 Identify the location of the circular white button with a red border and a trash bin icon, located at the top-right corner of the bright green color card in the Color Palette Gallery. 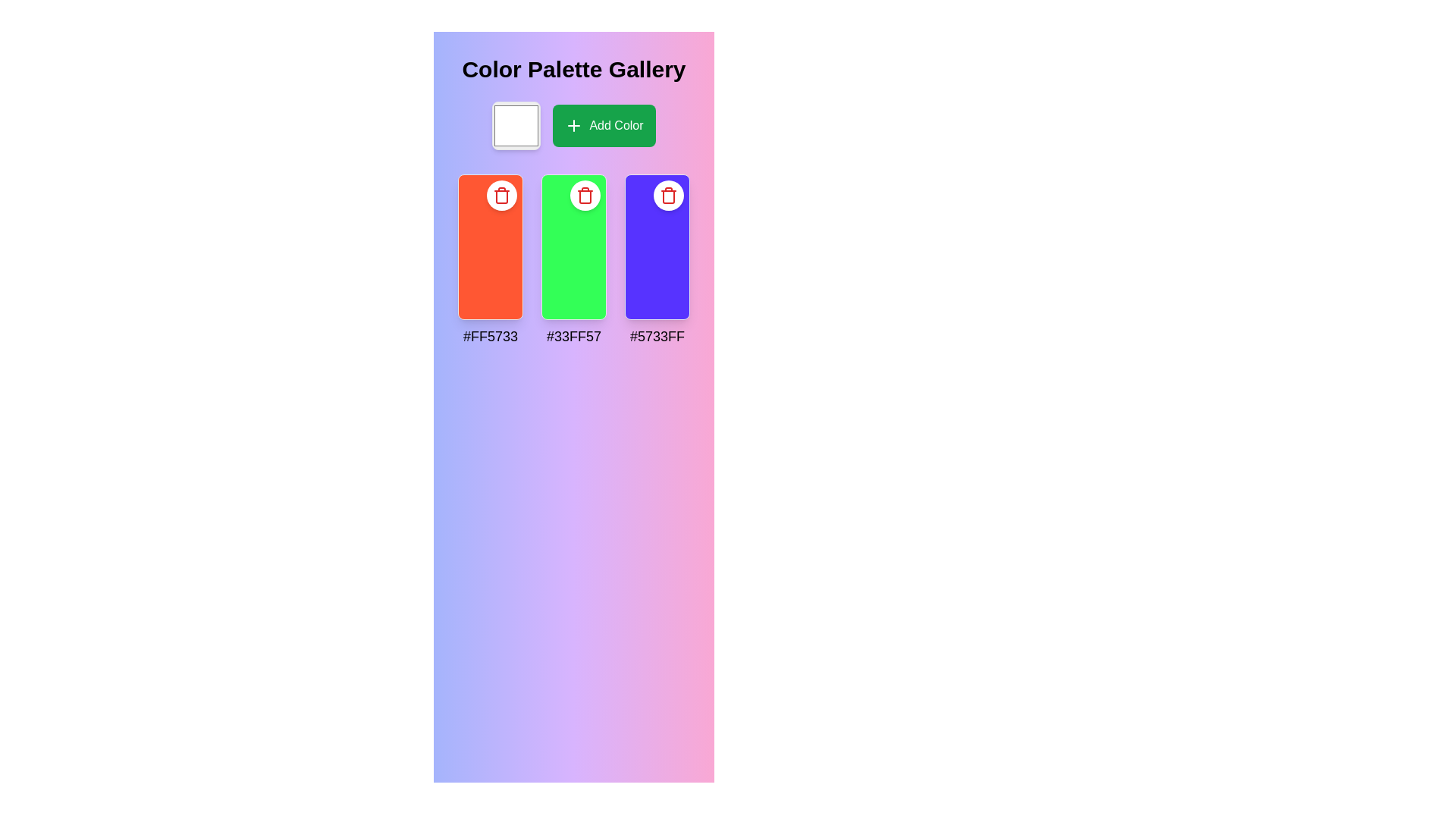
(585, 195).